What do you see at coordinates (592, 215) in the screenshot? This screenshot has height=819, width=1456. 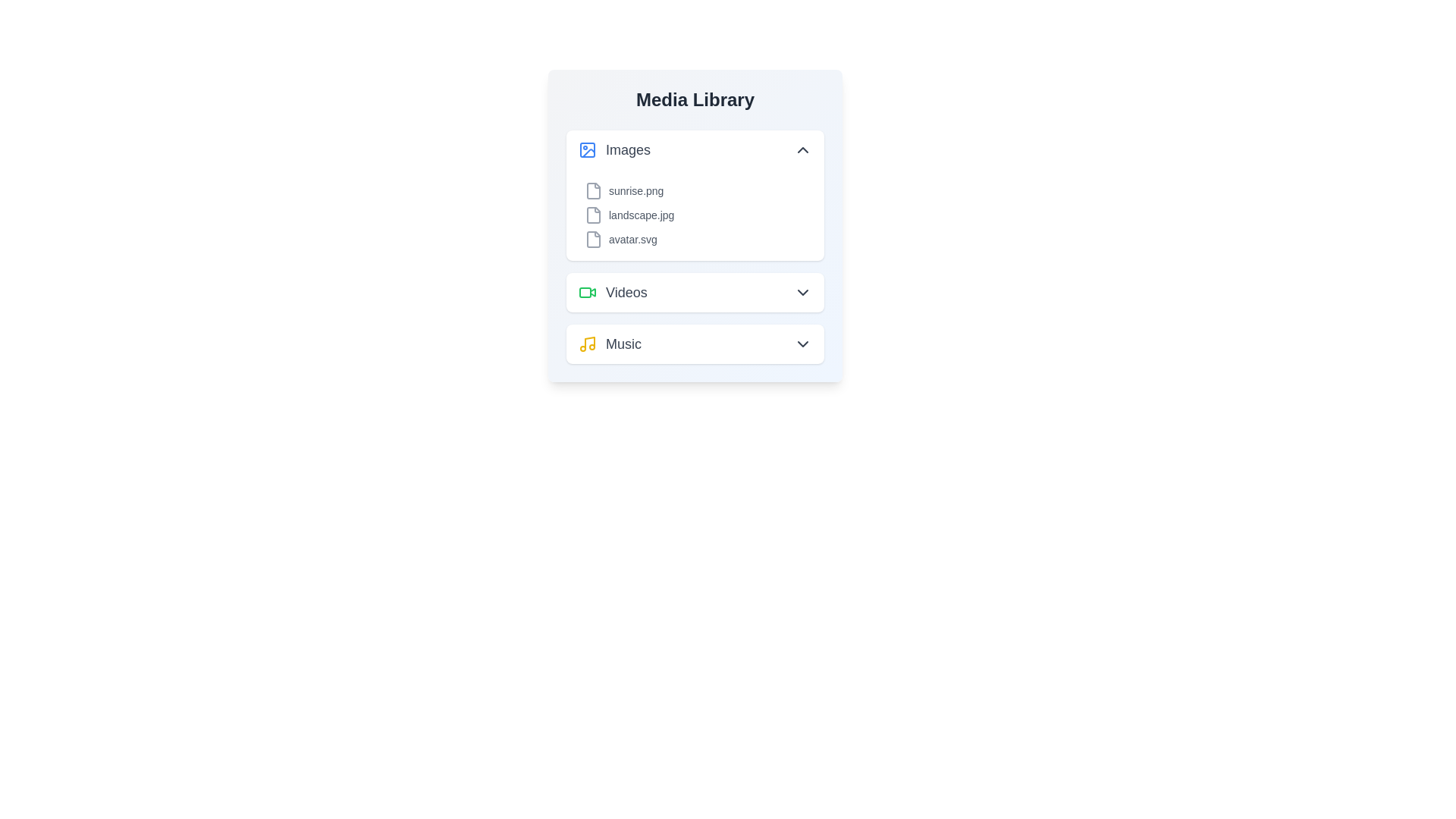 I see `the document icon, which is a gray rectangle with a folded top-right corner, located` at bounding box center [592, 215].